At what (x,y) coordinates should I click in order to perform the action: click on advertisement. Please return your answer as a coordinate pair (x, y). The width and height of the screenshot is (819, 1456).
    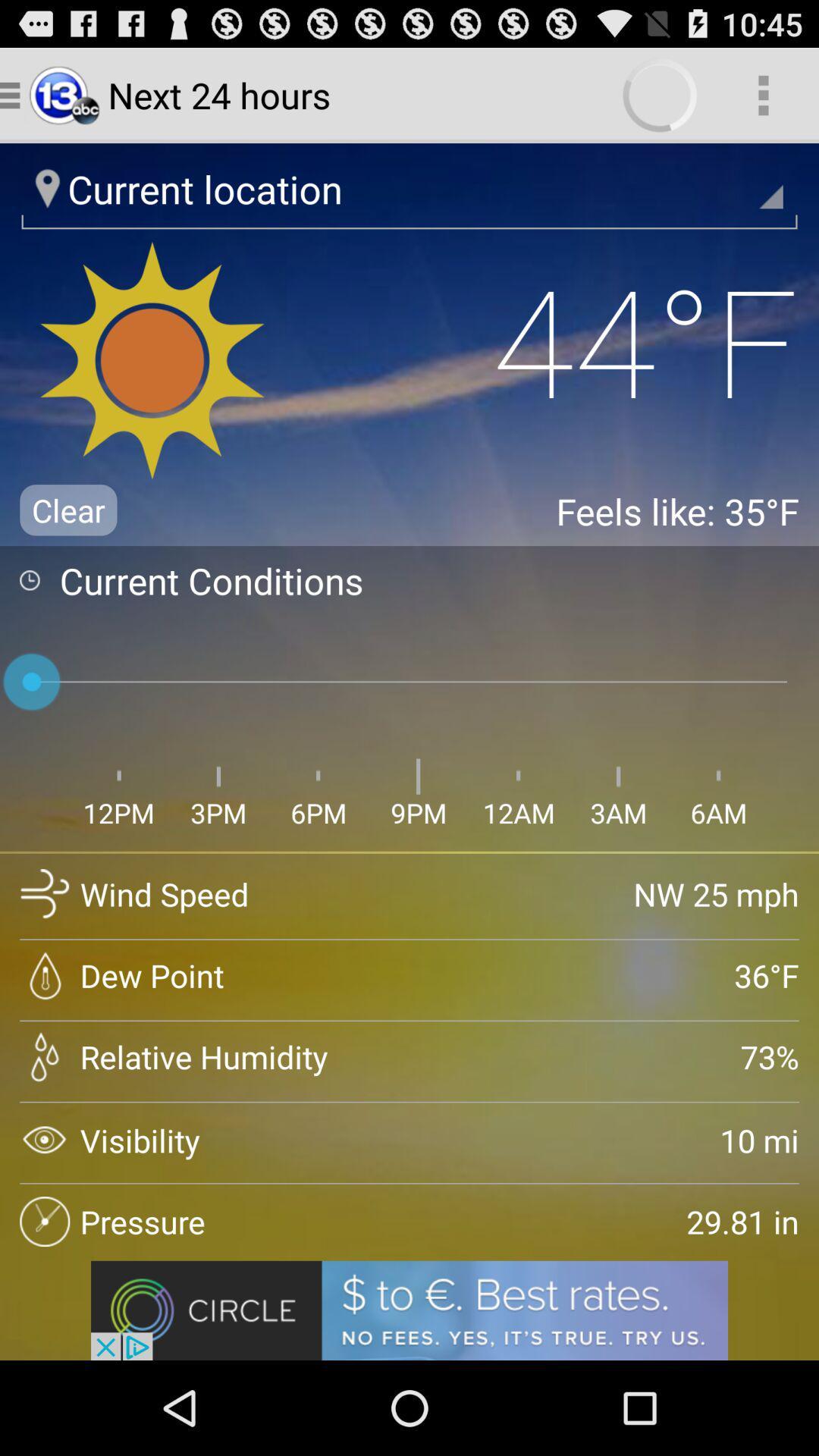
    Looking at the image, I should click on (409, 1310).